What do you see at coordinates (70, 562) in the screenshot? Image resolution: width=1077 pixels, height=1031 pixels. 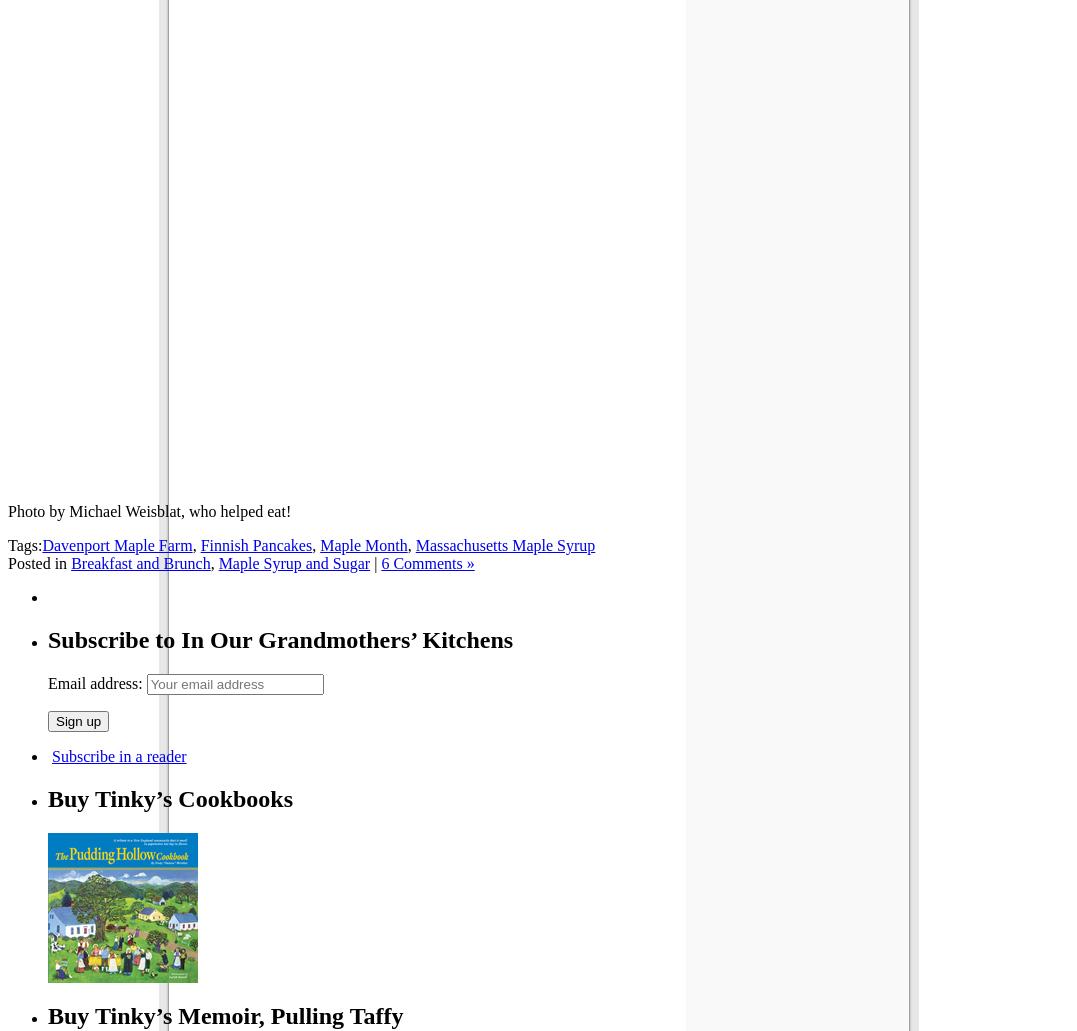 I see `'Breakfast and Brunch'` at bounding box center [70, 562].